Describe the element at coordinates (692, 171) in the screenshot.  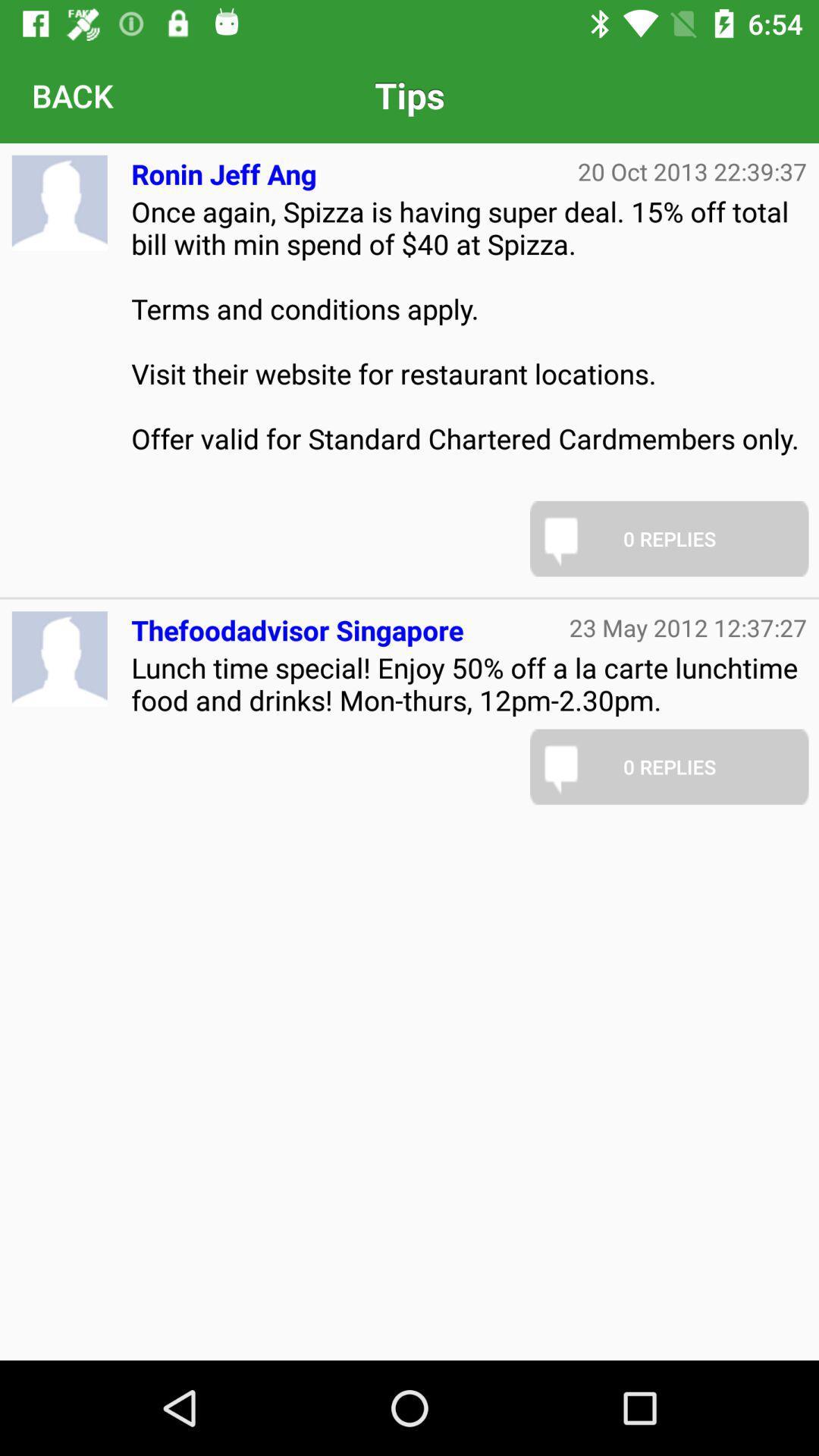
I see `the icon below the tips item` at that location.